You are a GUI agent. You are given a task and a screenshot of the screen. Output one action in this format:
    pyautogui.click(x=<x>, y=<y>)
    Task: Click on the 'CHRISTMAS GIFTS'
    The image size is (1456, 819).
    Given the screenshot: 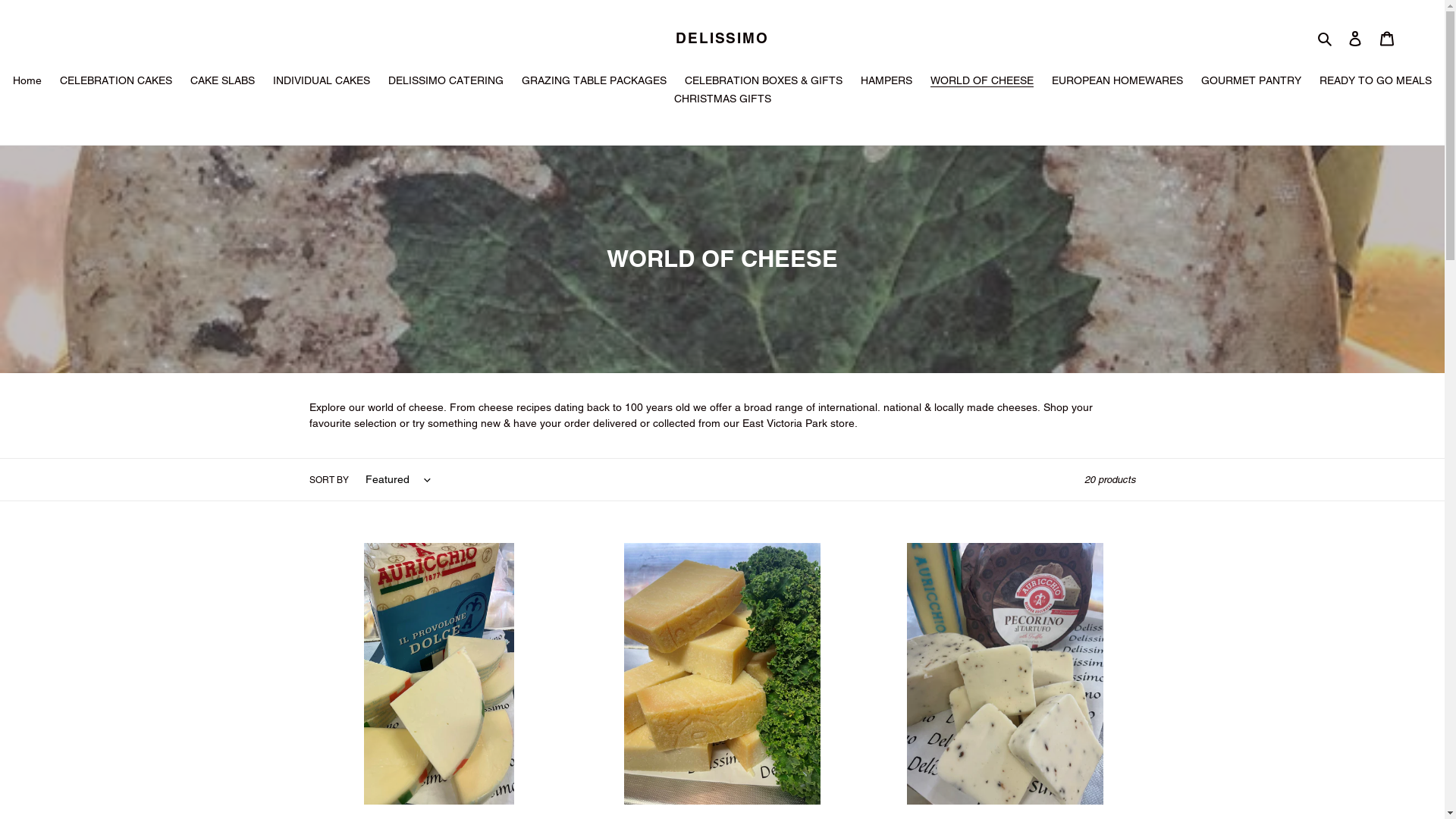 What is the action you would take?
    pyautogui.click(x=720, y=99)
    